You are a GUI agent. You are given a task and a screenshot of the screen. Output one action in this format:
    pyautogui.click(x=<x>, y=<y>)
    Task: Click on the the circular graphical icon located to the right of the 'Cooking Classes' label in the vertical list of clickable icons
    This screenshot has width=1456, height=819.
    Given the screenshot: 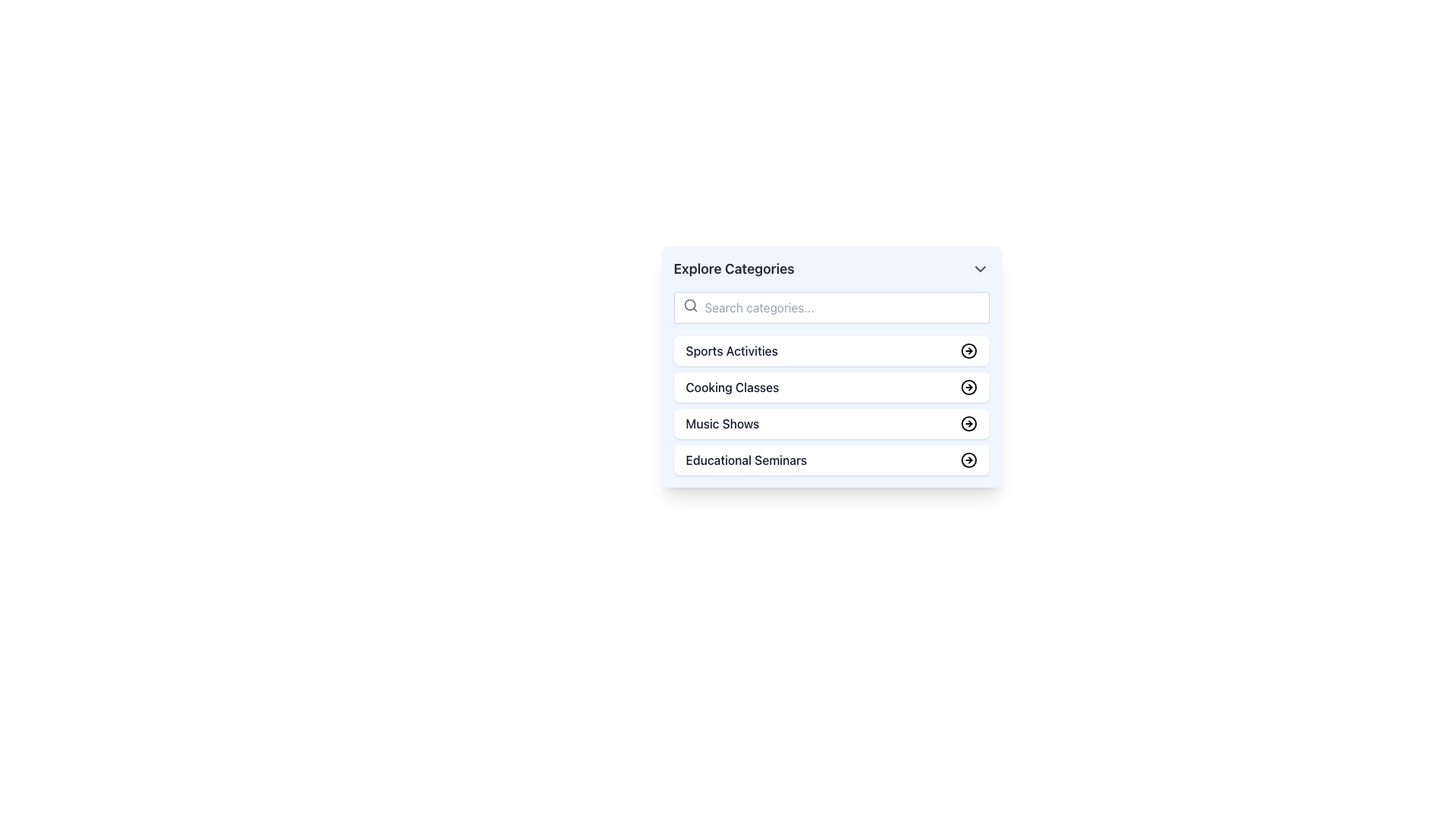 What is the action you would take?
    pyautogui.click(x=968, y=386)
    